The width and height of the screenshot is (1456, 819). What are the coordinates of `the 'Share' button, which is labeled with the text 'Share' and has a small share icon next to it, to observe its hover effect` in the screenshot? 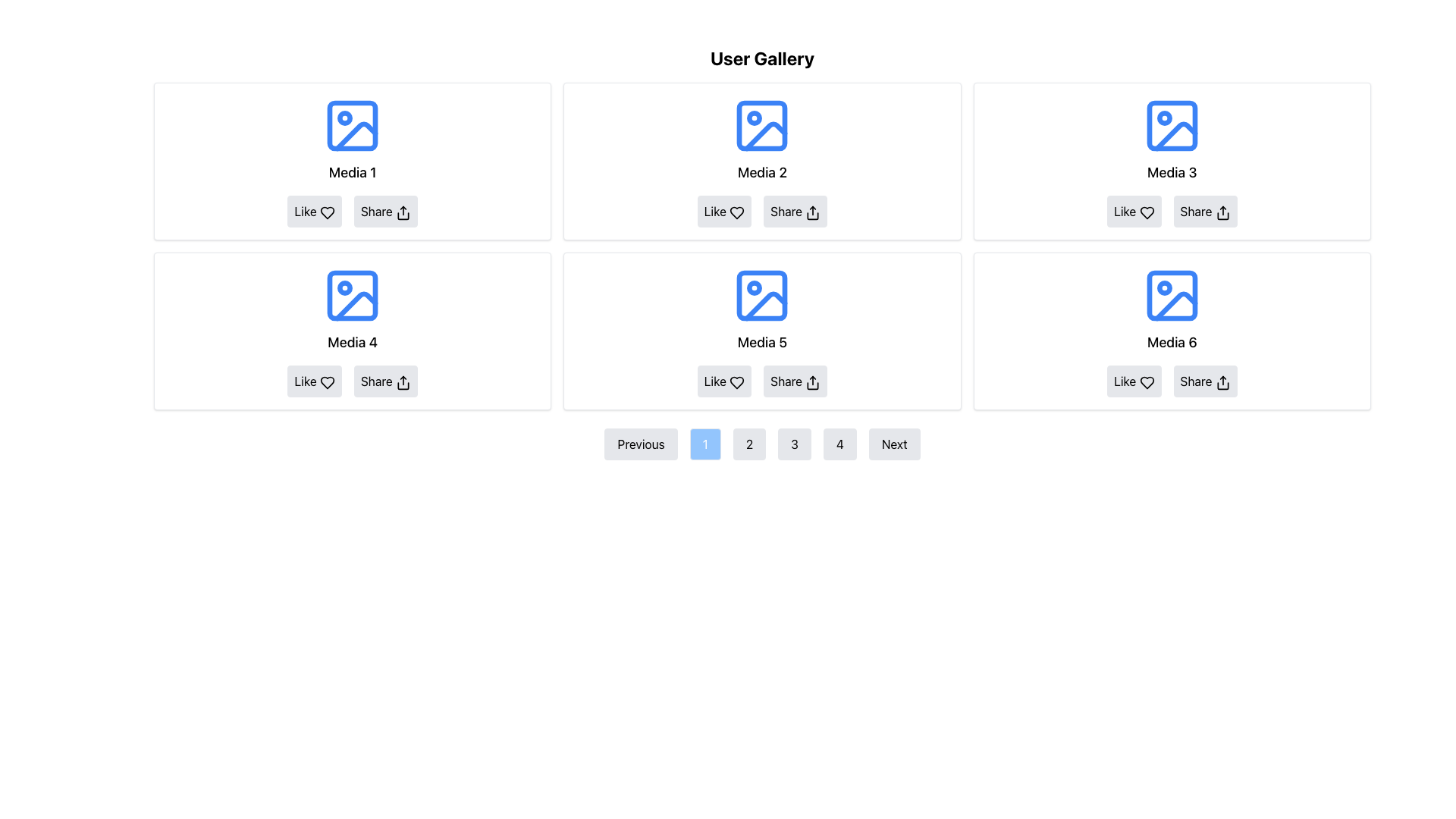 It's located at (385, 211).